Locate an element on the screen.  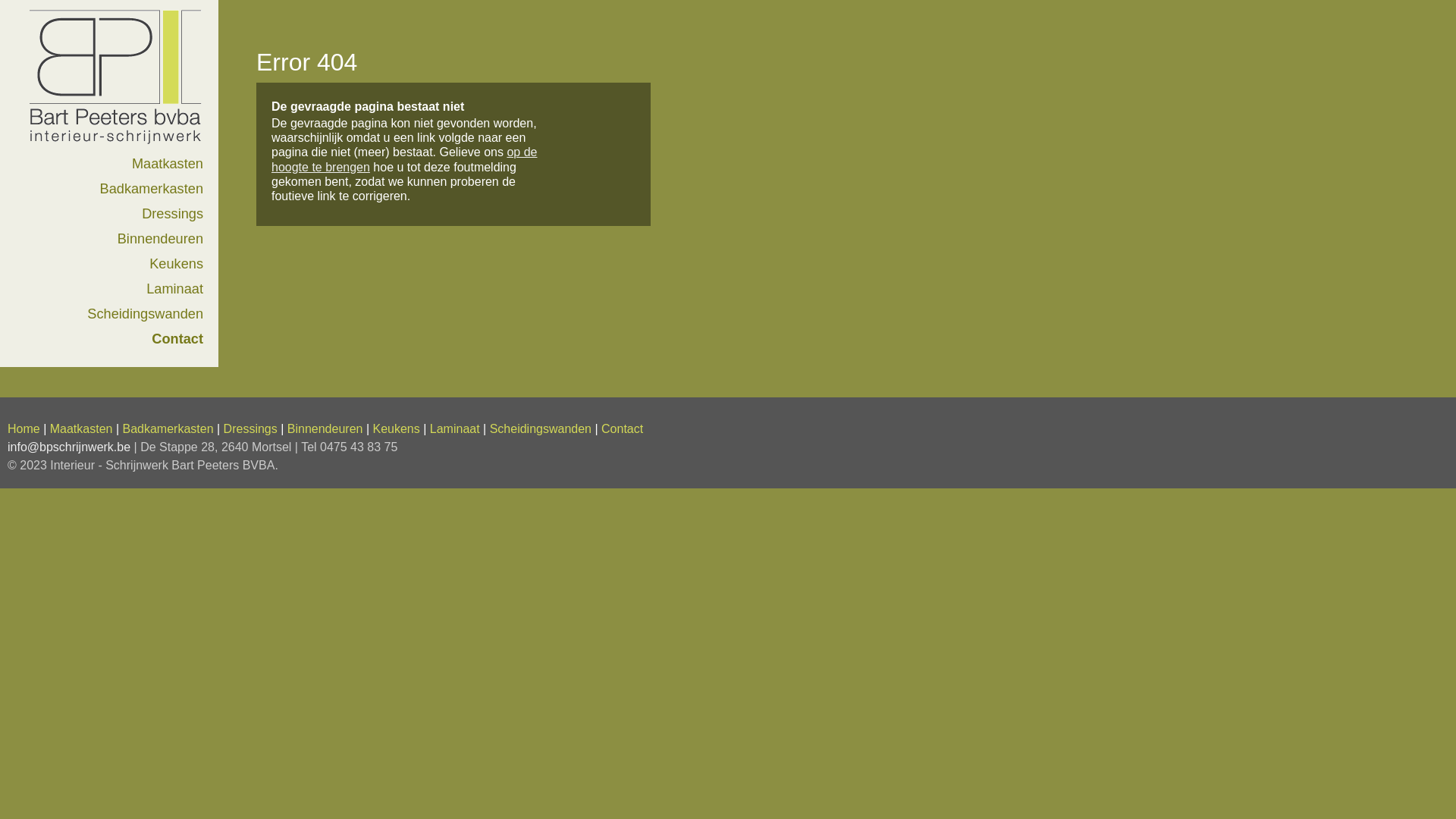
'Scheidingswanden' is located at coordinates (541, 428).